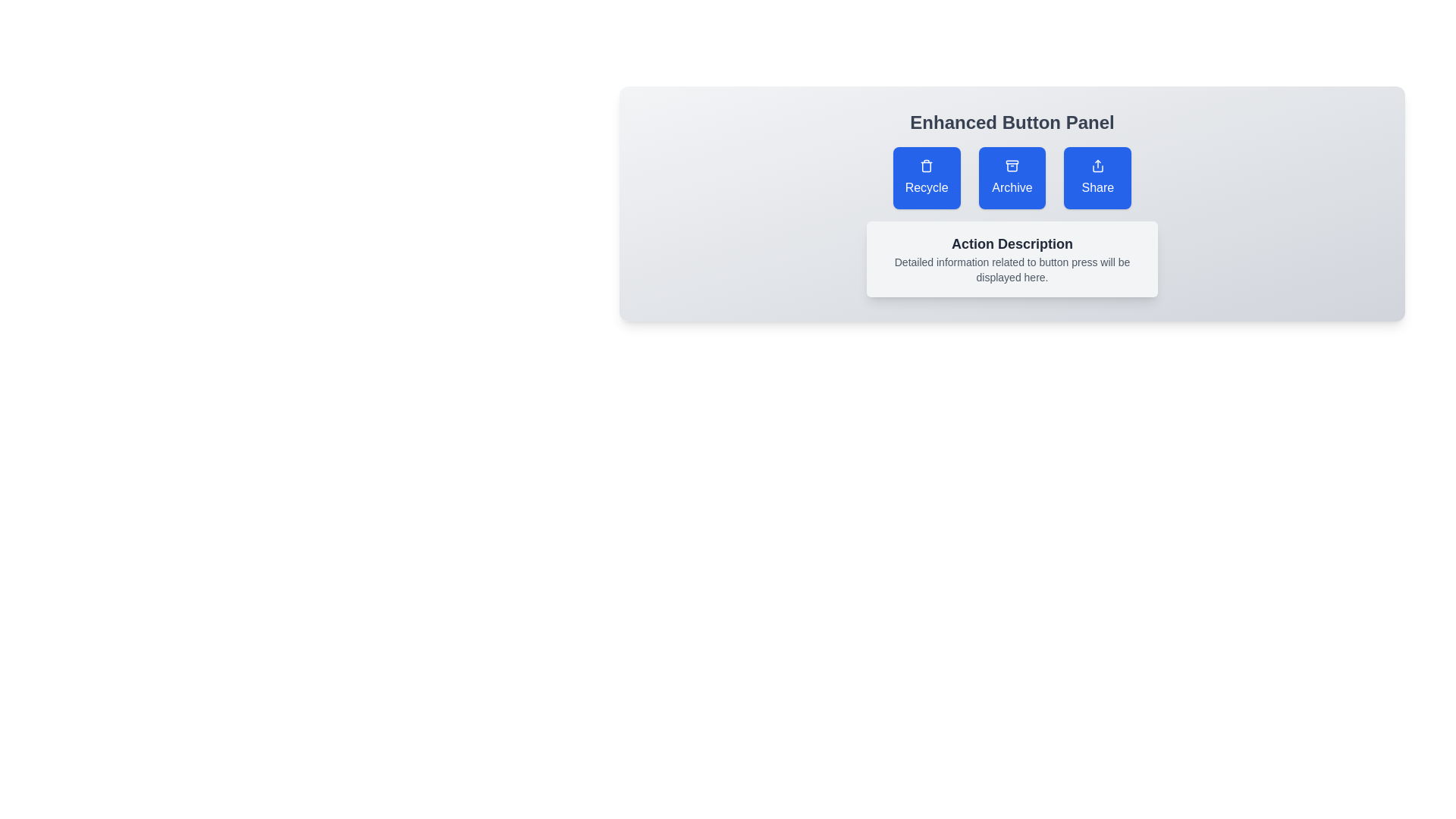 The height and width of the screenshot is (819, 1456). I want to click on the 'Recycle' icon located in the 'Recycle' button, which is the leftmost of three buttons aligned horizontally, so click(926, 166).